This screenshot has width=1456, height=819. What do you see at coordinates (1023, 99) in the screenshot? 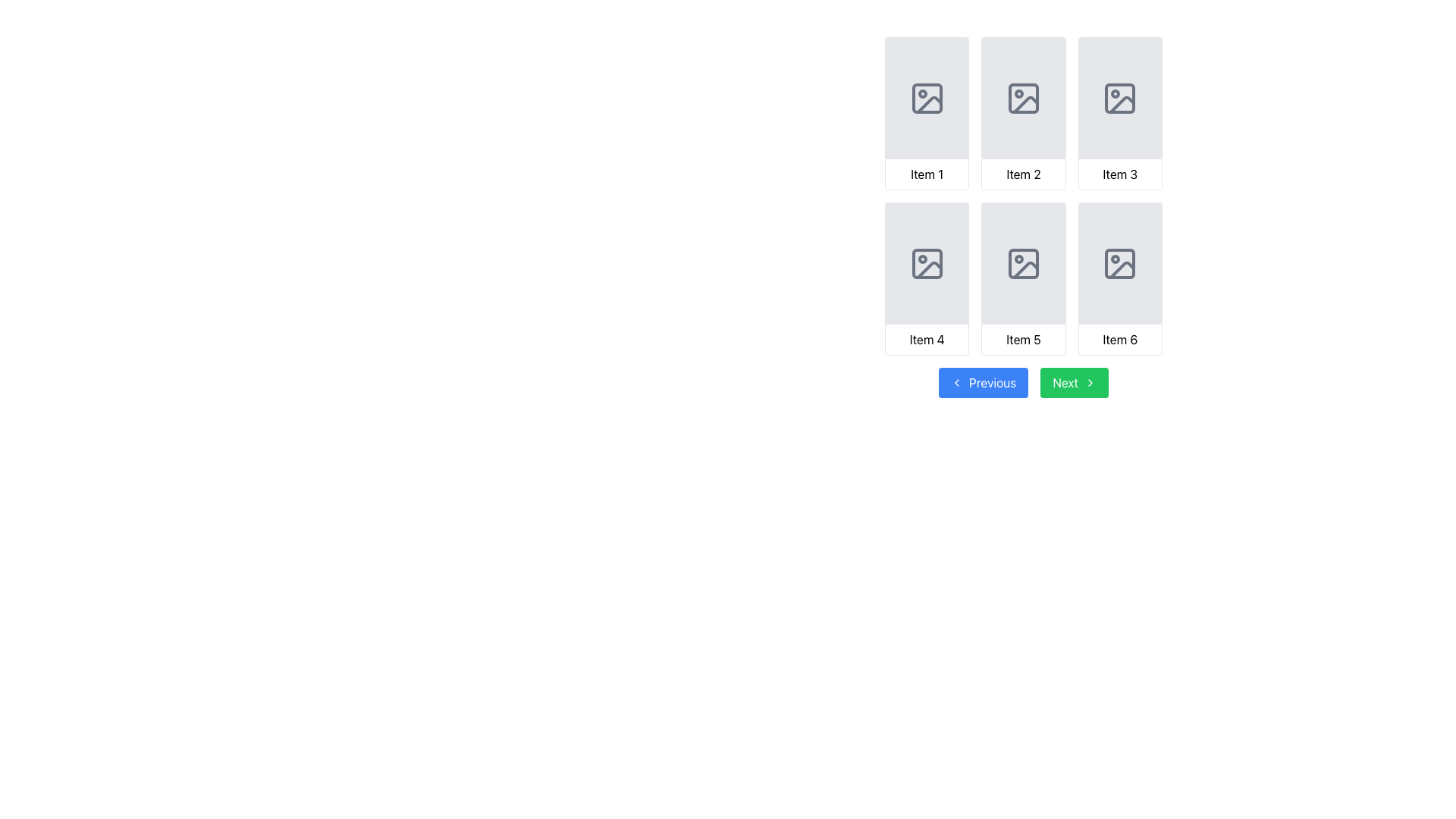
I see `the image placeholder icon located in the top row of the second column in the grid layout under the card labeled 'Item 2'` at bounding box center [1023, 99].